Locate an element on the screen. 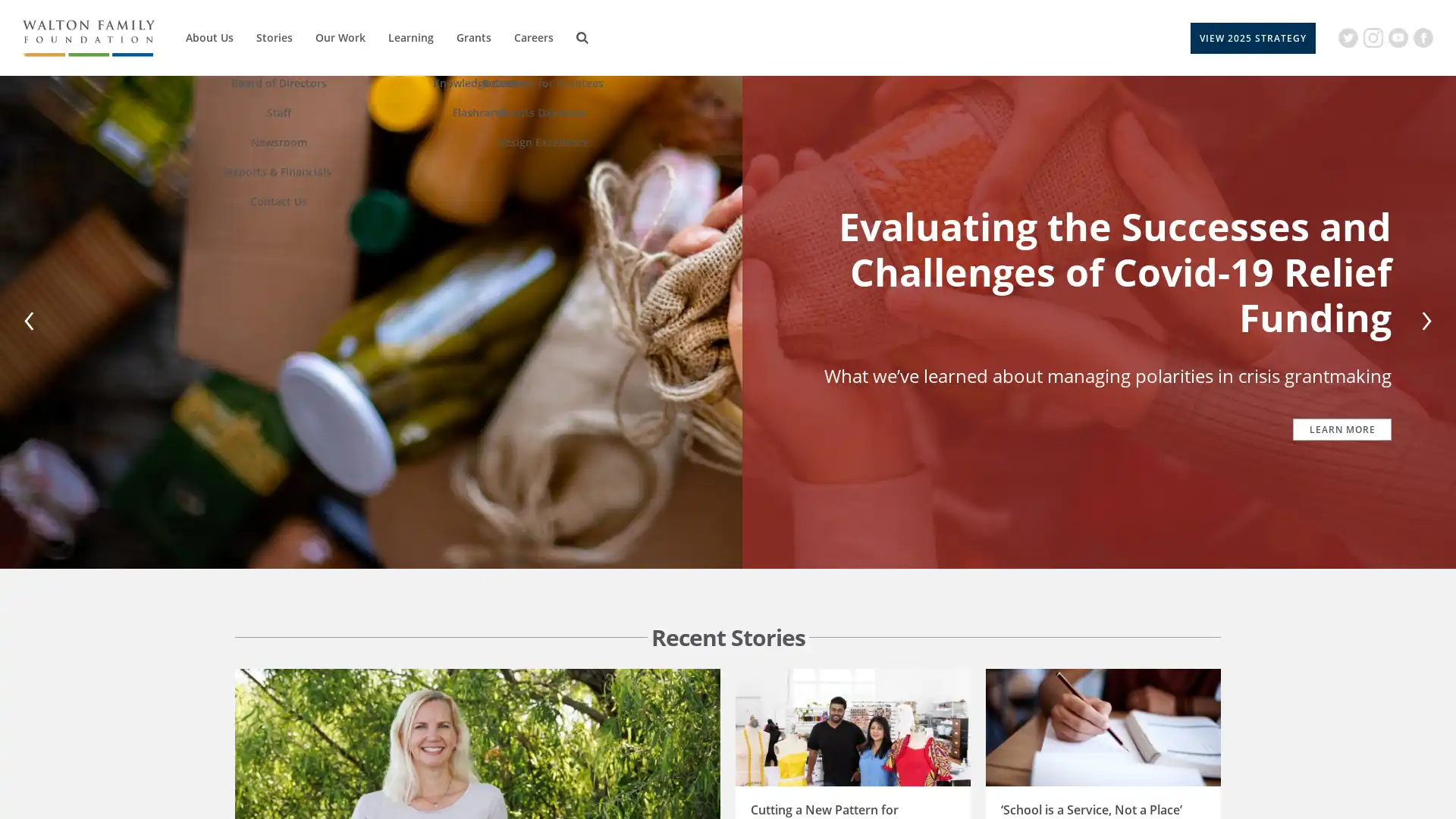 This screenshot has height=819, width=1456. Search is located at coordinates (582, 37).